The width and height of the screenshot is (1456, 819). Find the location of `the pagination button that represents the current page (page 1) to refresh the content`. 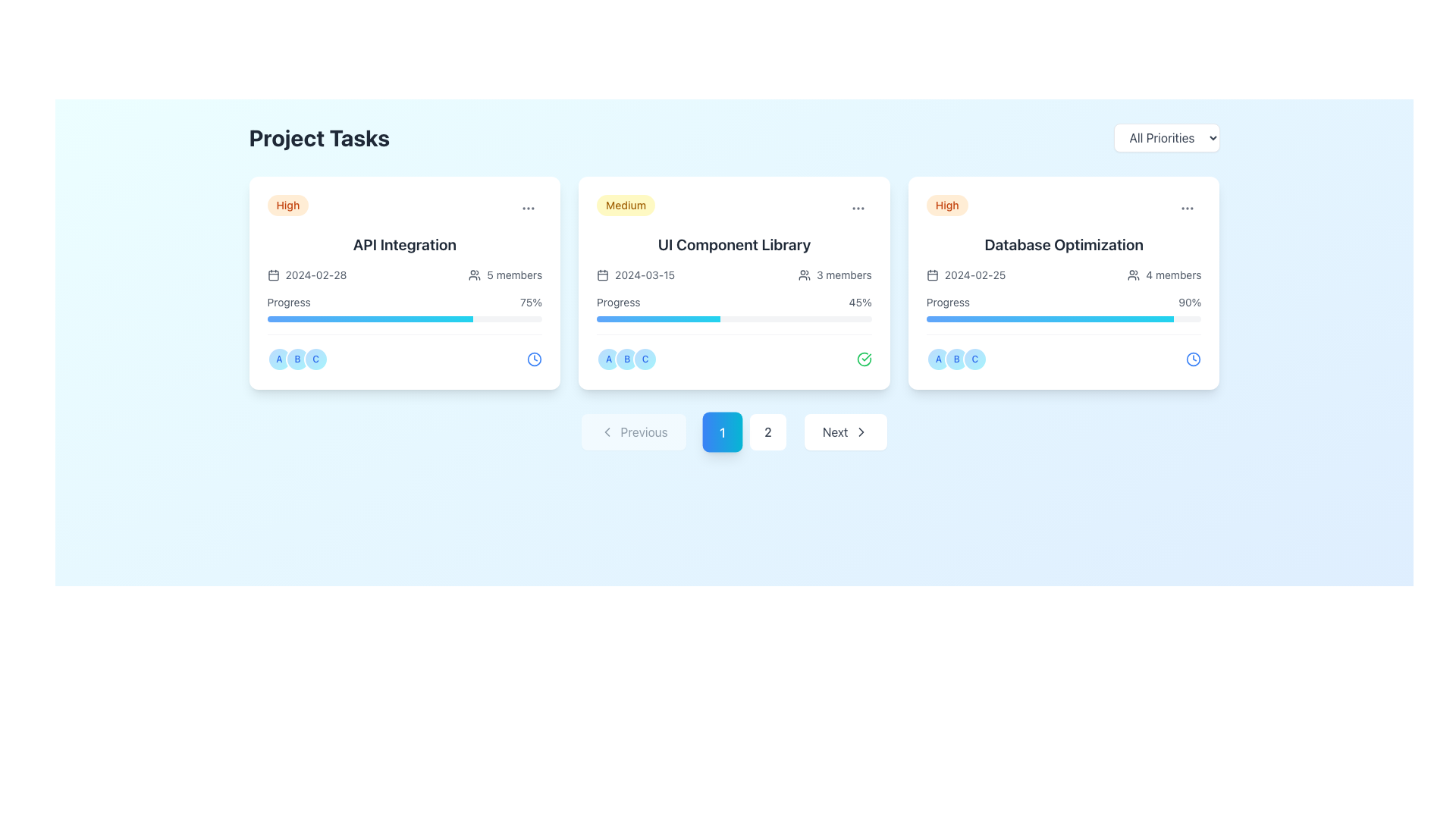

the pagination button that represents the current page (page 1) to refresh the content is located at coordinates (734, 432).